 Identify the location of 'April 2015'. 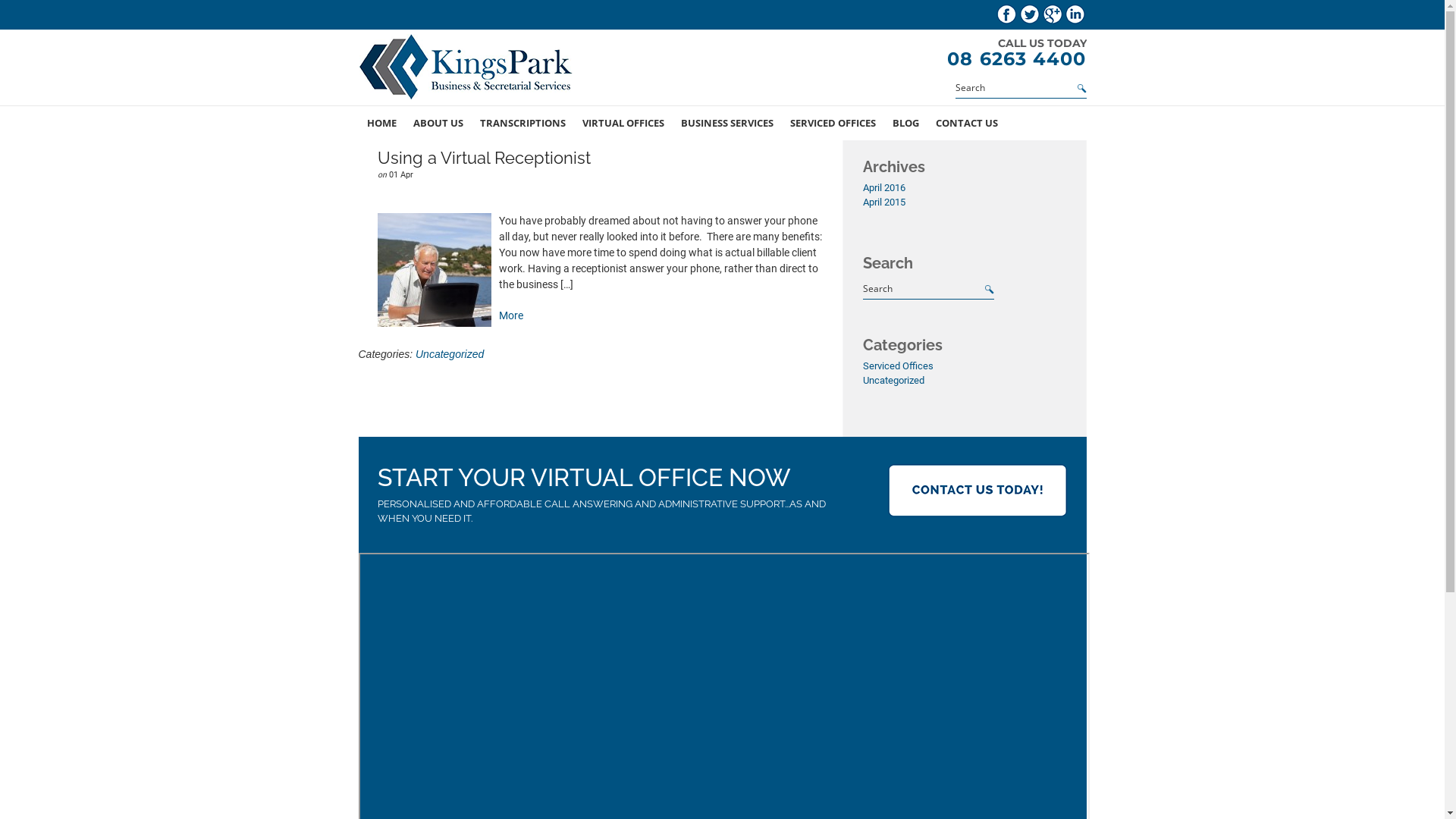
(884, 201).